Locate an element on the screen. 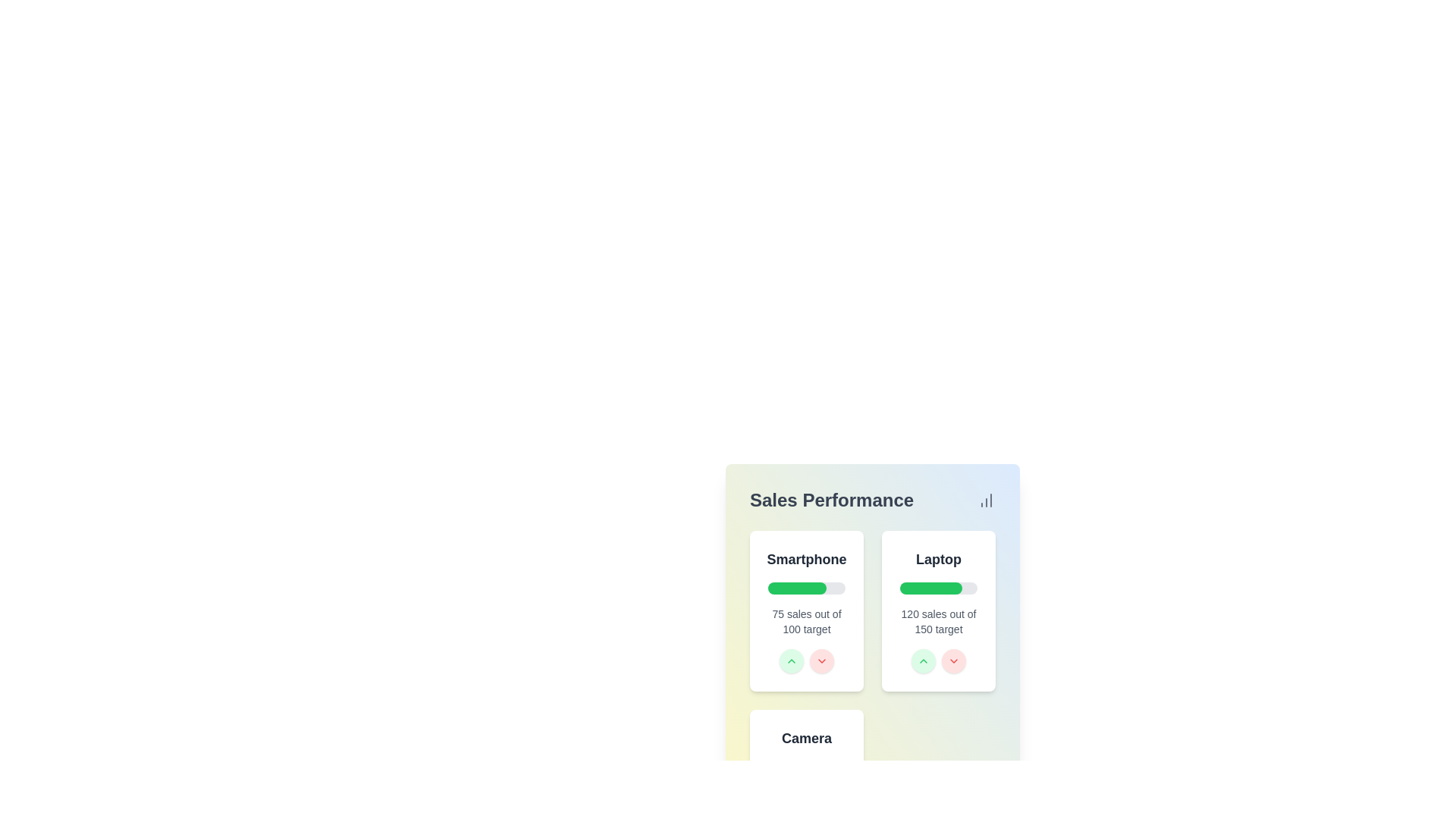  the progress bar indicating the smartphone sales progress within the Sales Performance section of the dashboard is located at coordinates (796, 587).